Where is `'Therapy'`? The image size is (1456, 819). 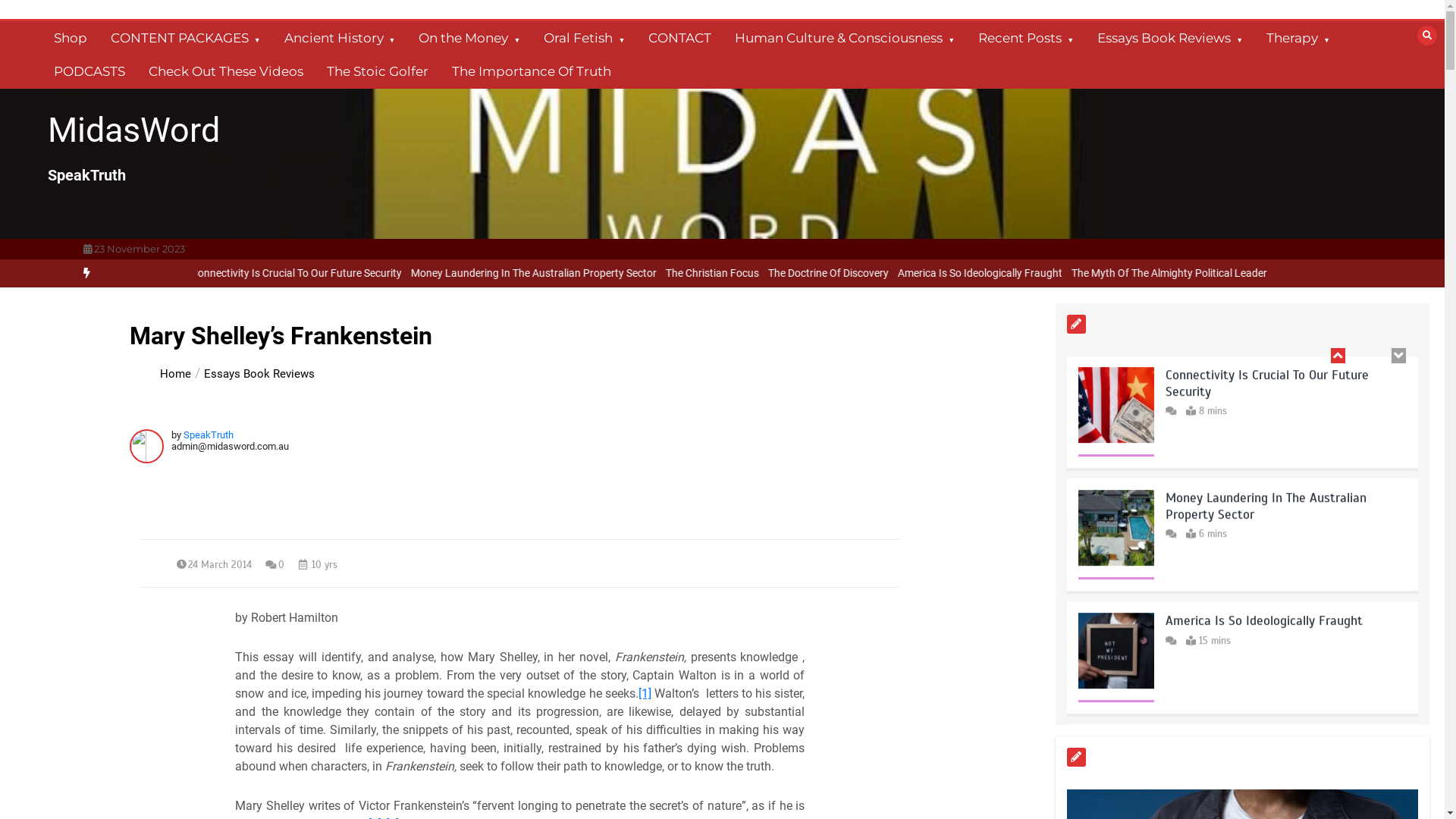
'Therapy' is located at coordinates (1298, 37).